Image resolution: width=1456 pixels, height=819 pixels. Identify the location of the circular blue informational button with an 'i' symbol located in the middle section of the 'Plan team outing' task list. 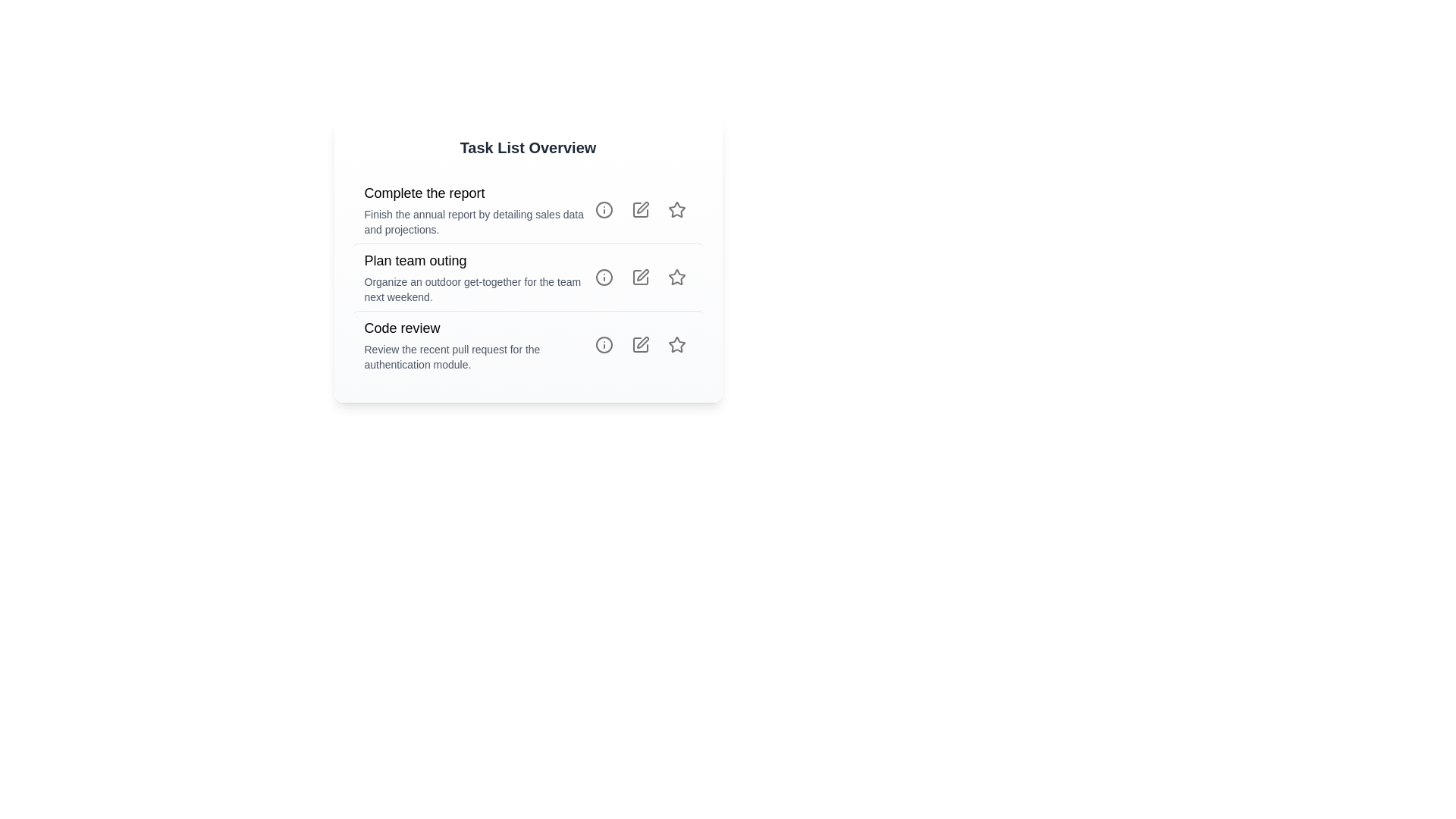
(603, 278).